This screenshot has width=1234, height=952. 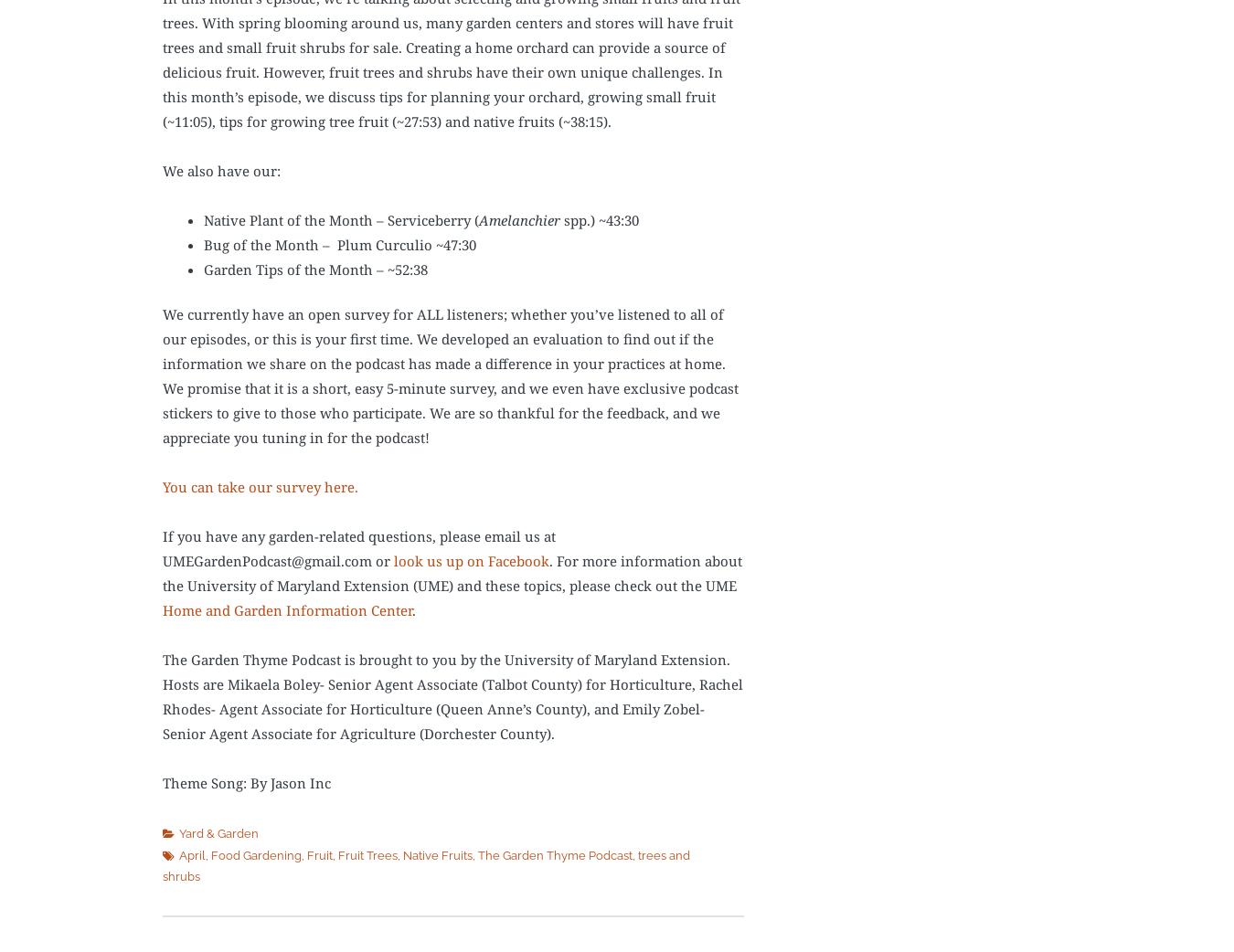 What do you see at coordinates (452, 695) in the screenshot?
I see `'The Garden Thyme Podcast is brought to you by the University of Maryland Extension. Hosts are Mikaela Boley- Senior Agent Associate (Talbot County) for Horticulture, Rachel Rhodes- Agent Associate for Horticulture (Queen Anne’s County), and Emily Zobel-Senior Agent Associate for Agriculture (Dorchester County).'` at bounding box center [452, 695].